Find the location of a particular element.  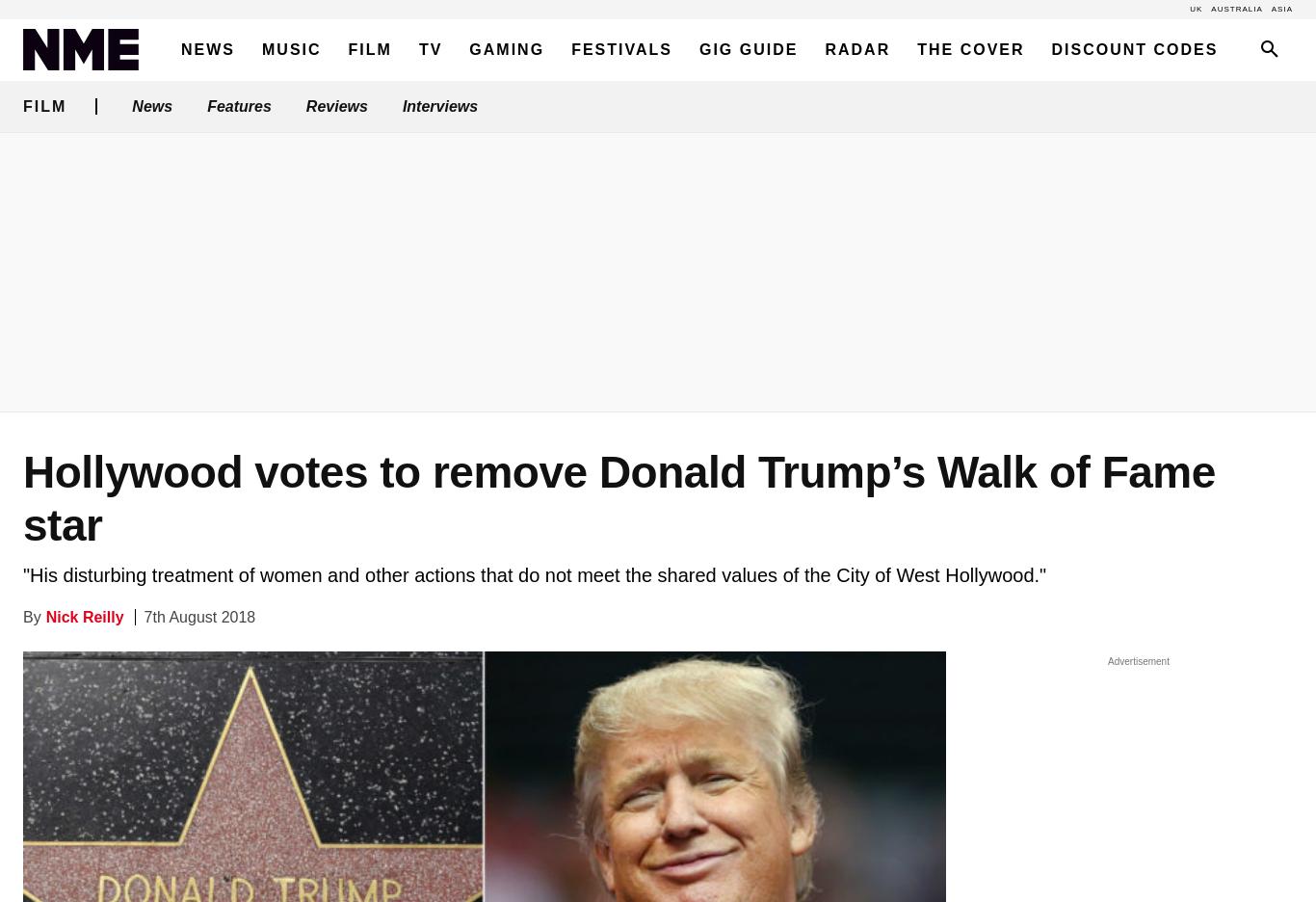

'Advertisement' is located at coordinates (1138, 661).